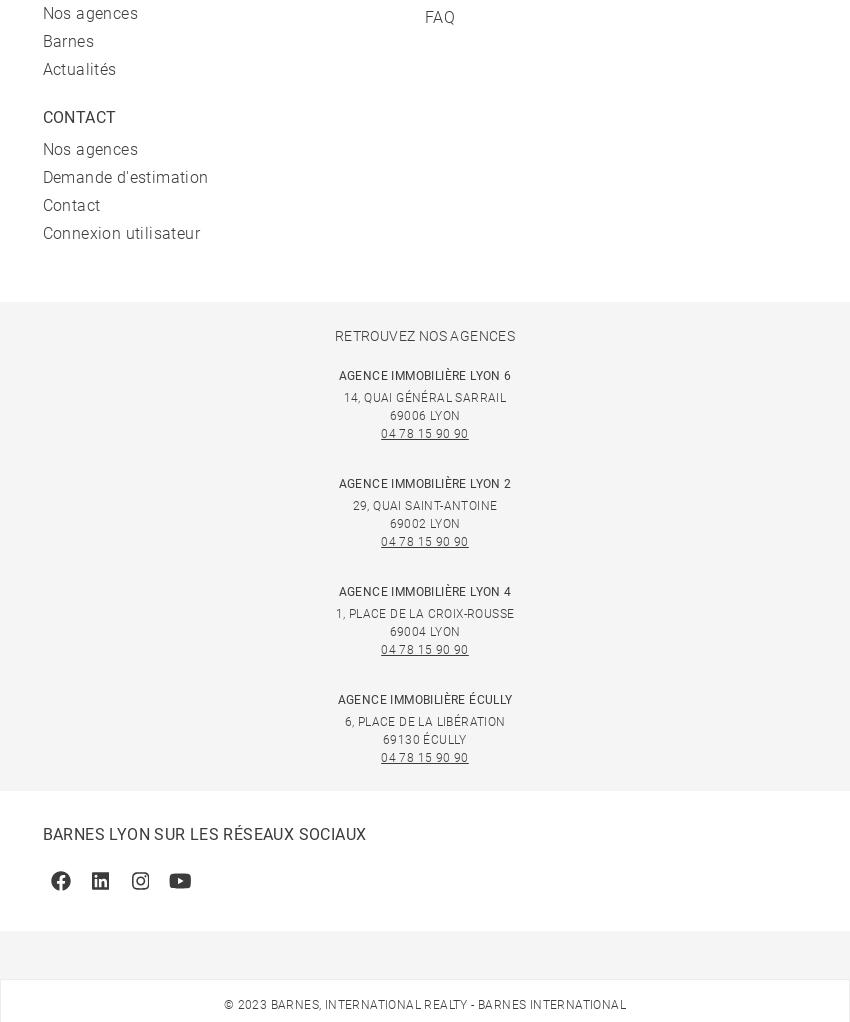  What do you see at coordinates (424, 505) in the screenshot?
I see `'29, quai Saint-Antoine'` at bounding box center [424, 505].